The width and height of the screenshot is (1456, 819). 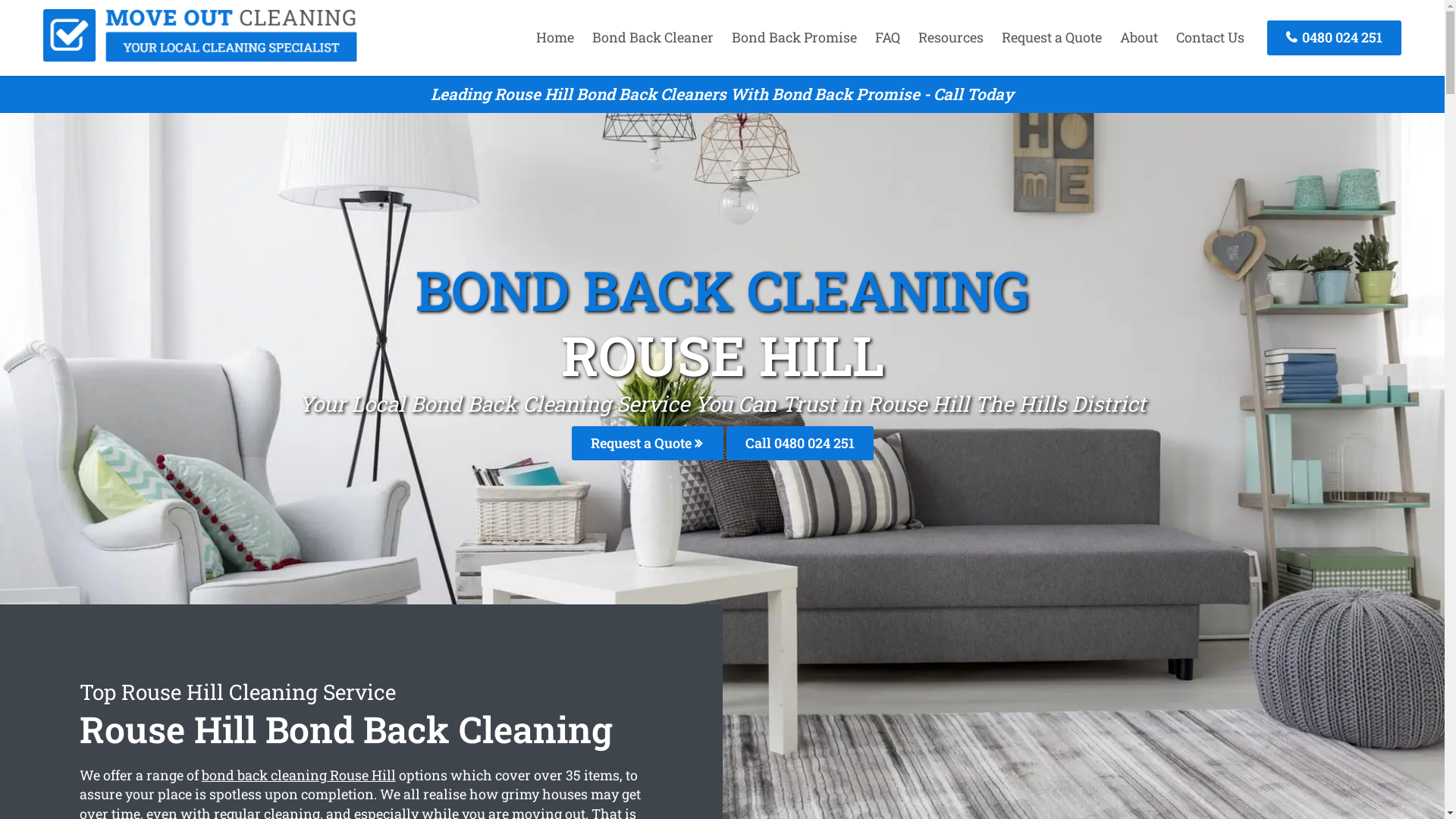 What do you see at coordinates (1210, 36) in the screenshot?
I see `'Contact Us'` at bounding box center [1210, 36].